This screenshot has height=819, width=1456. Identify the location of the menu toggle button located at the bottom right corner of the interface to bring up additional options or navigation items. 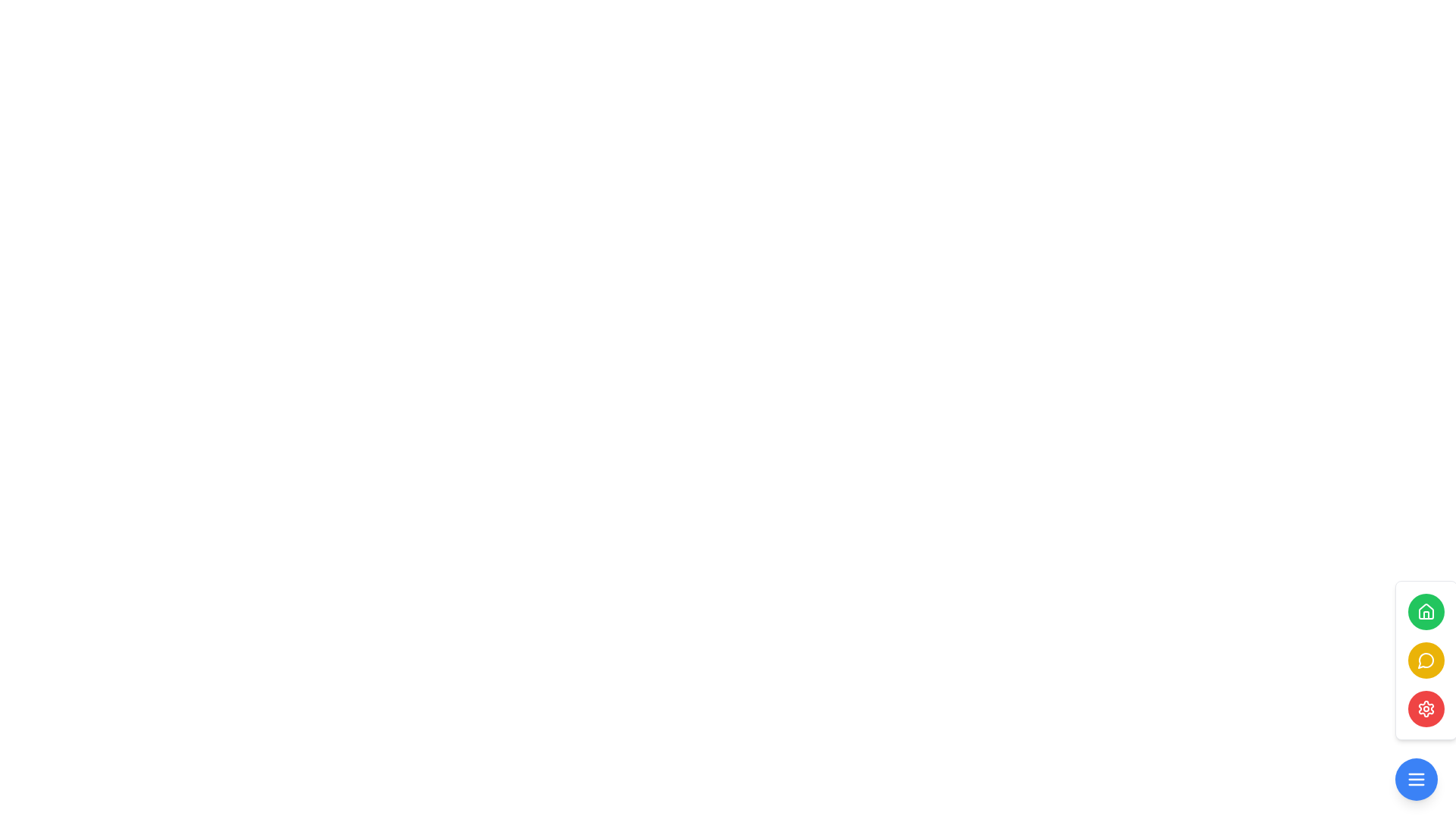
(1415, 780).